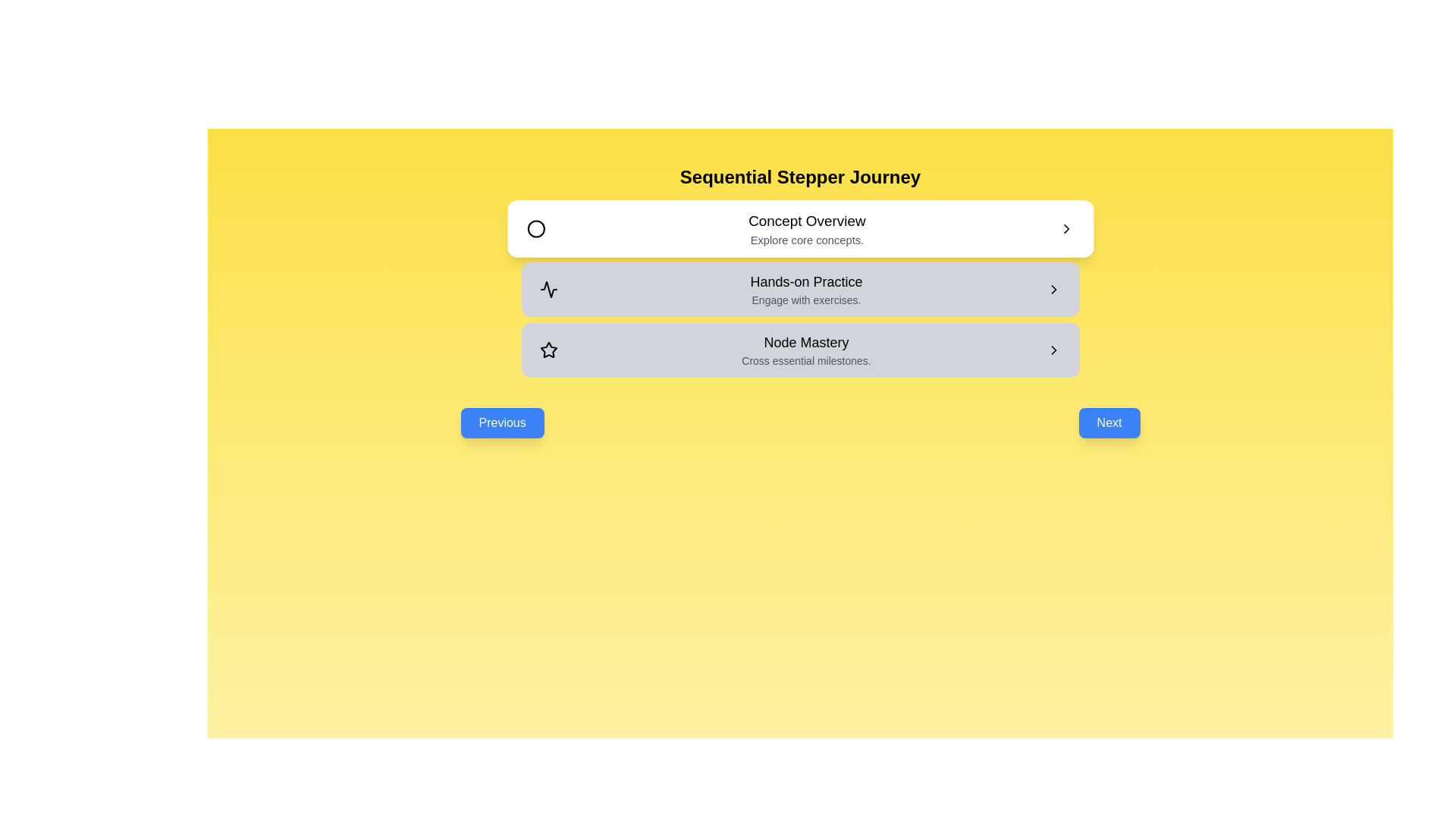 The image size is (1456, 819). Describe the element at coordinates (1109, 423) in the screenshot. I see `the 'Next' button to proceed to the next stage` at that location.